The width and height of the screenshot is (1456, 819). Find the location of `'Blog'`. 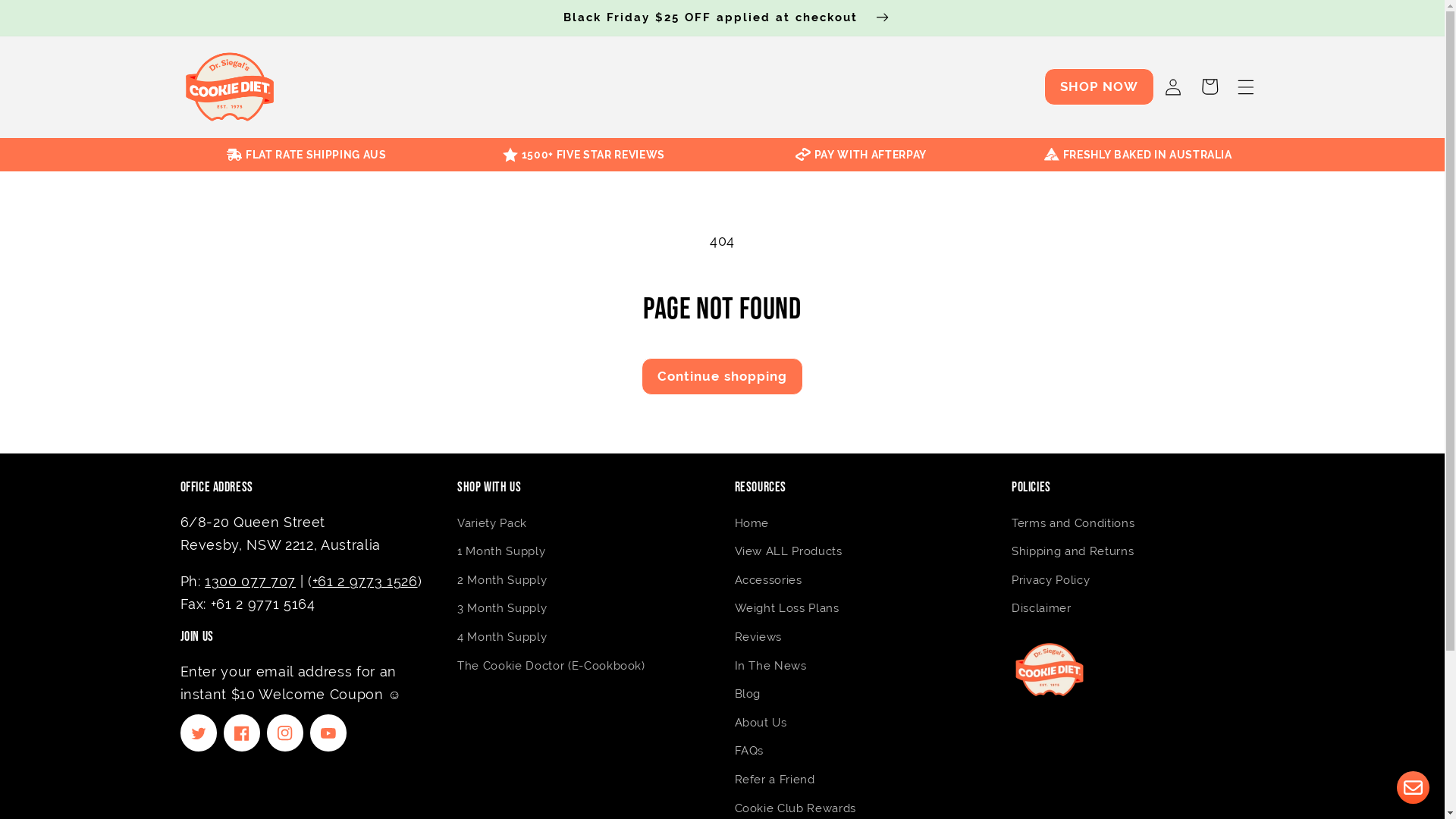

'Blog' is located at coordinates (747, 694).